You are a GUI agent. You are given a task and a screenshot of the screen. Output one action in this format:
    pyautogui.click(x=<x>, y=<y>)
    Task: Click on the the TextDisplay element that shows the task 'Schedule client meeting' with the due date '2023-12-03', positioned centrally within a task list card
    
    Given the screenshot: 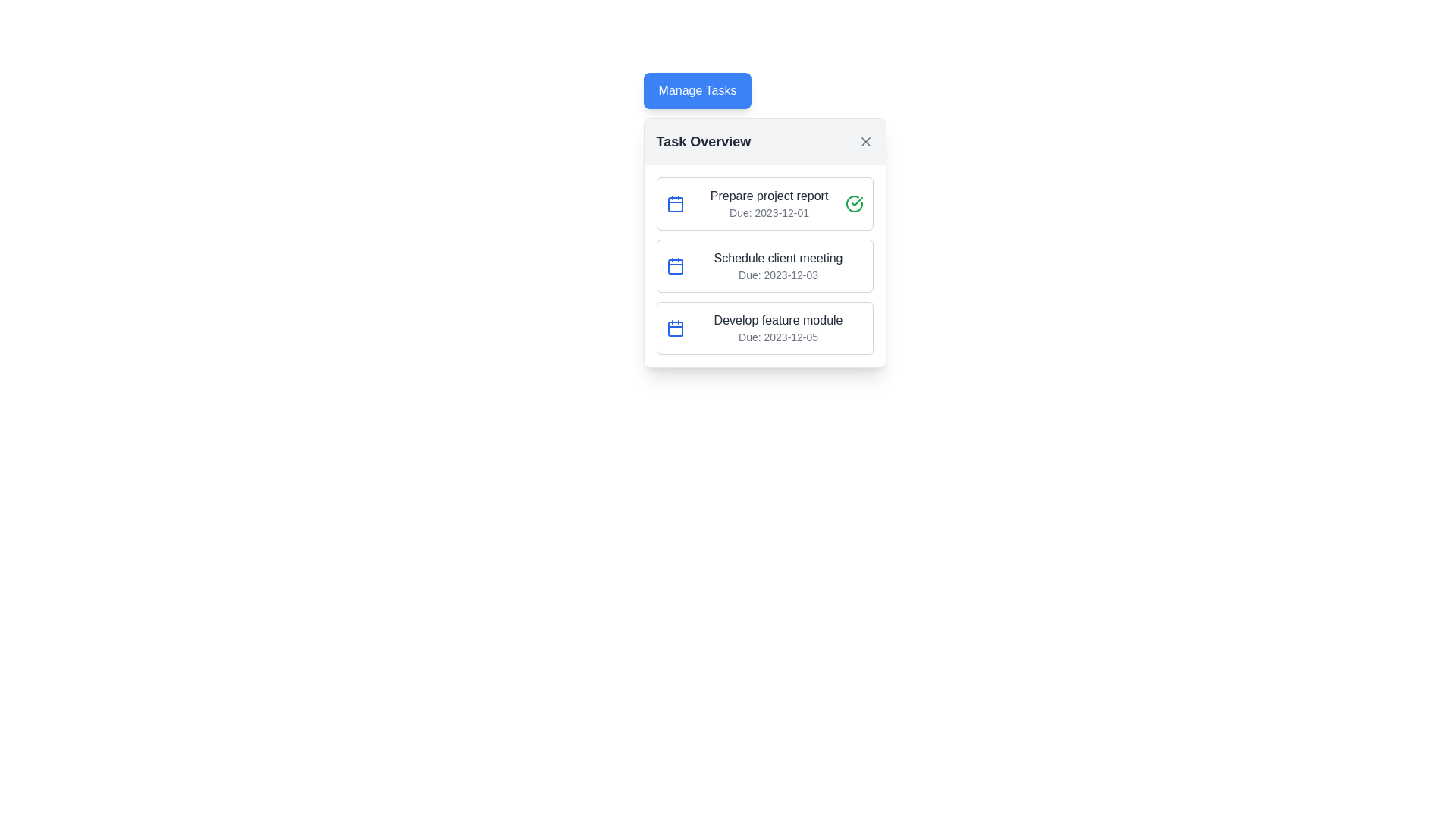 What is the action you would take?
    pyautogui.click(x=778, y=265)
    